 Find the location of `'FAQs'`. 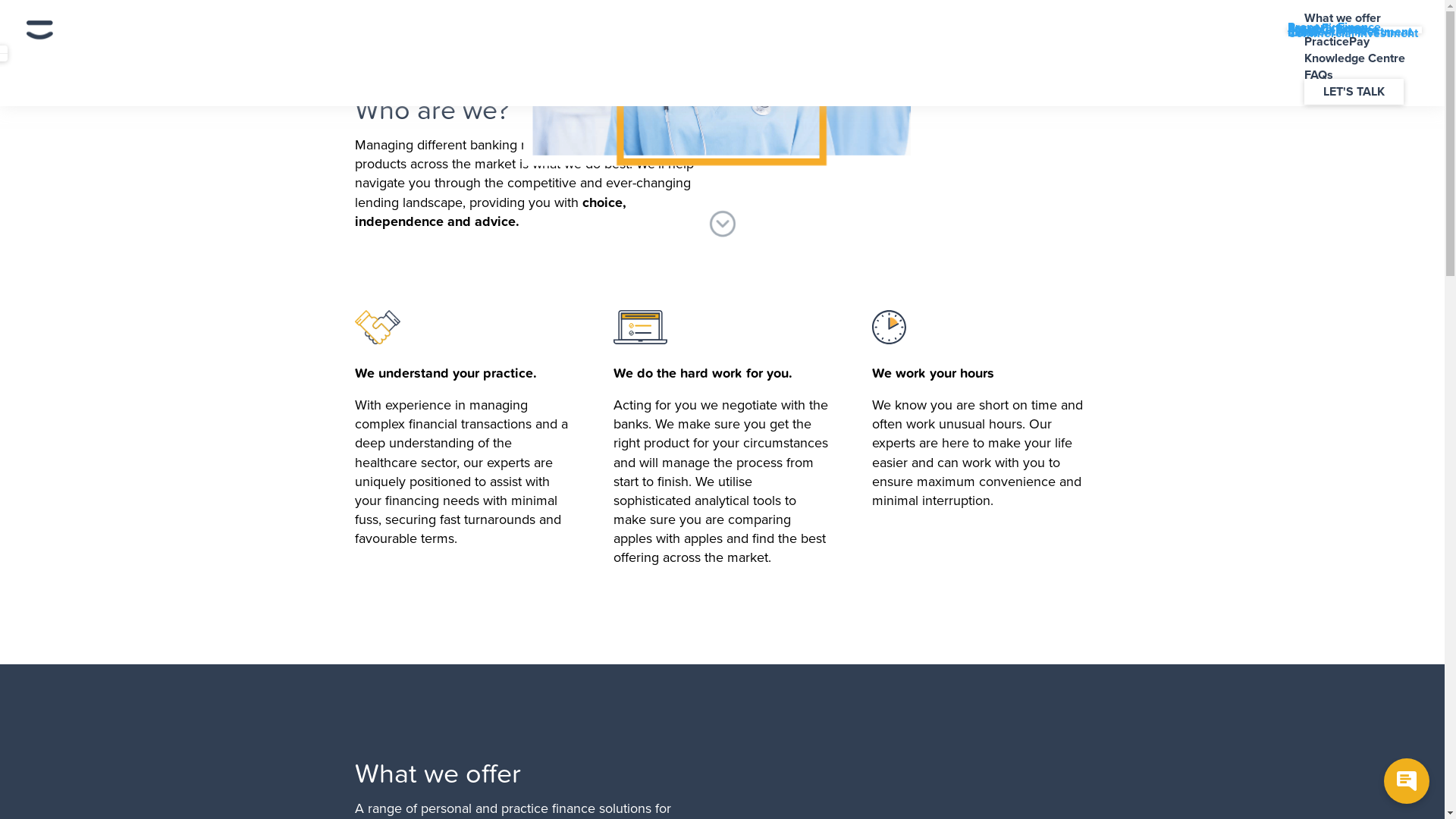

'FAQs' is located at coordinates (1317, 75).